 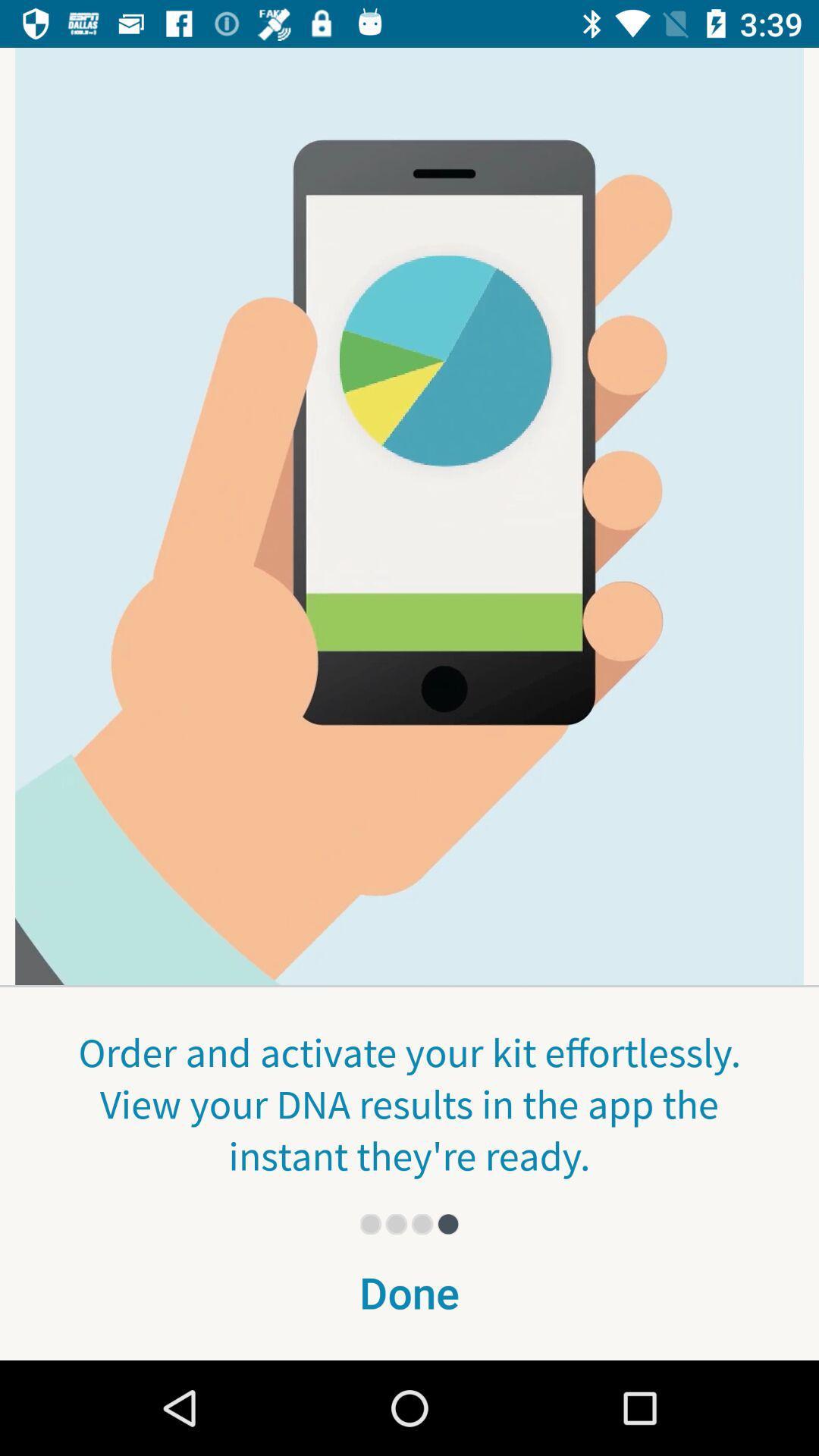 What do you see at coordinates (409, 1301) in the screenshot?
I see `done button` at bounding box center [409, 1301].